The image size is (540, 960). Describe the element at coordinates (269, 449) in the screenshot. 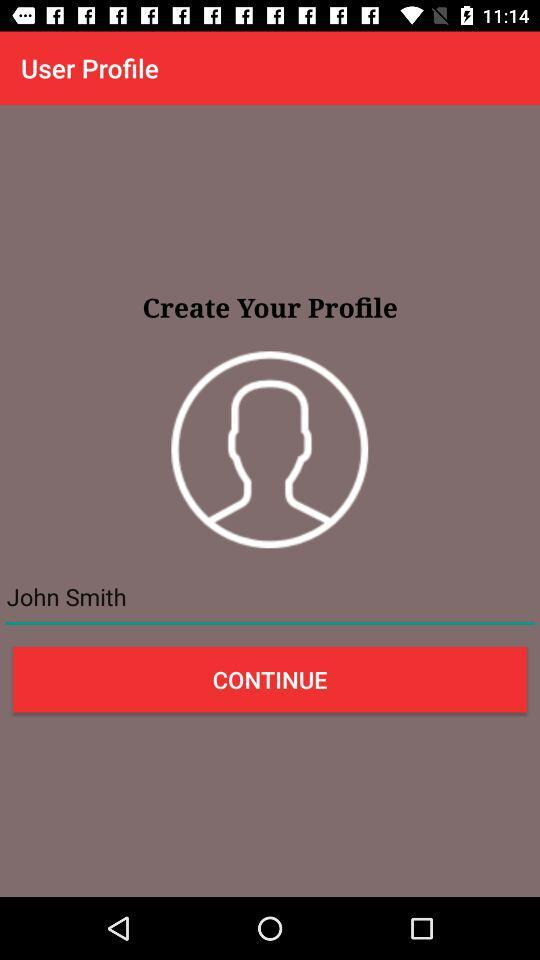

I see `profile` at that location.